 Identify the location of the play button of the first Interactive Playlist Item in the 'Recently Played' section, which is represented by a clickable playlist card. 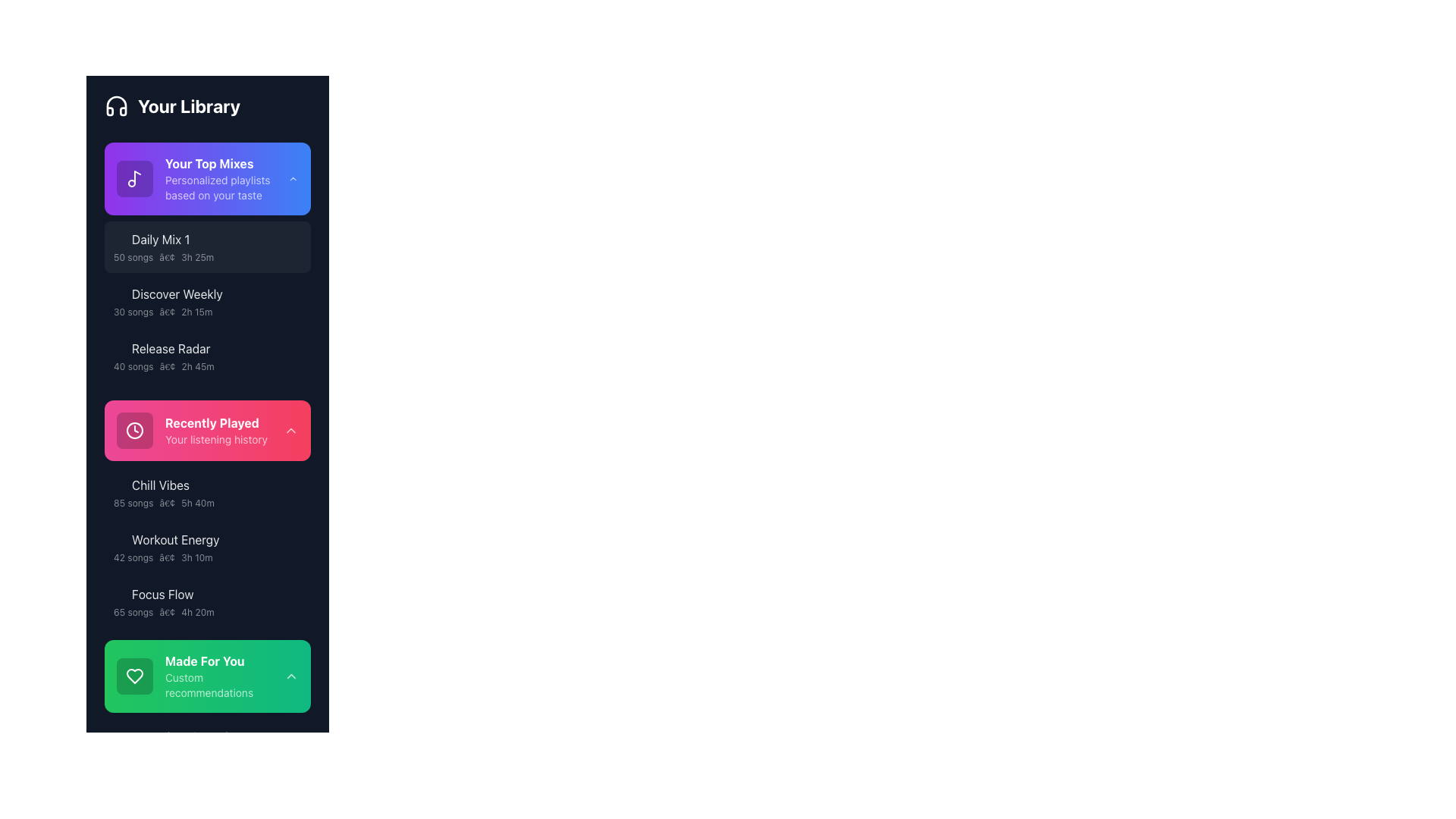
(199, 485).